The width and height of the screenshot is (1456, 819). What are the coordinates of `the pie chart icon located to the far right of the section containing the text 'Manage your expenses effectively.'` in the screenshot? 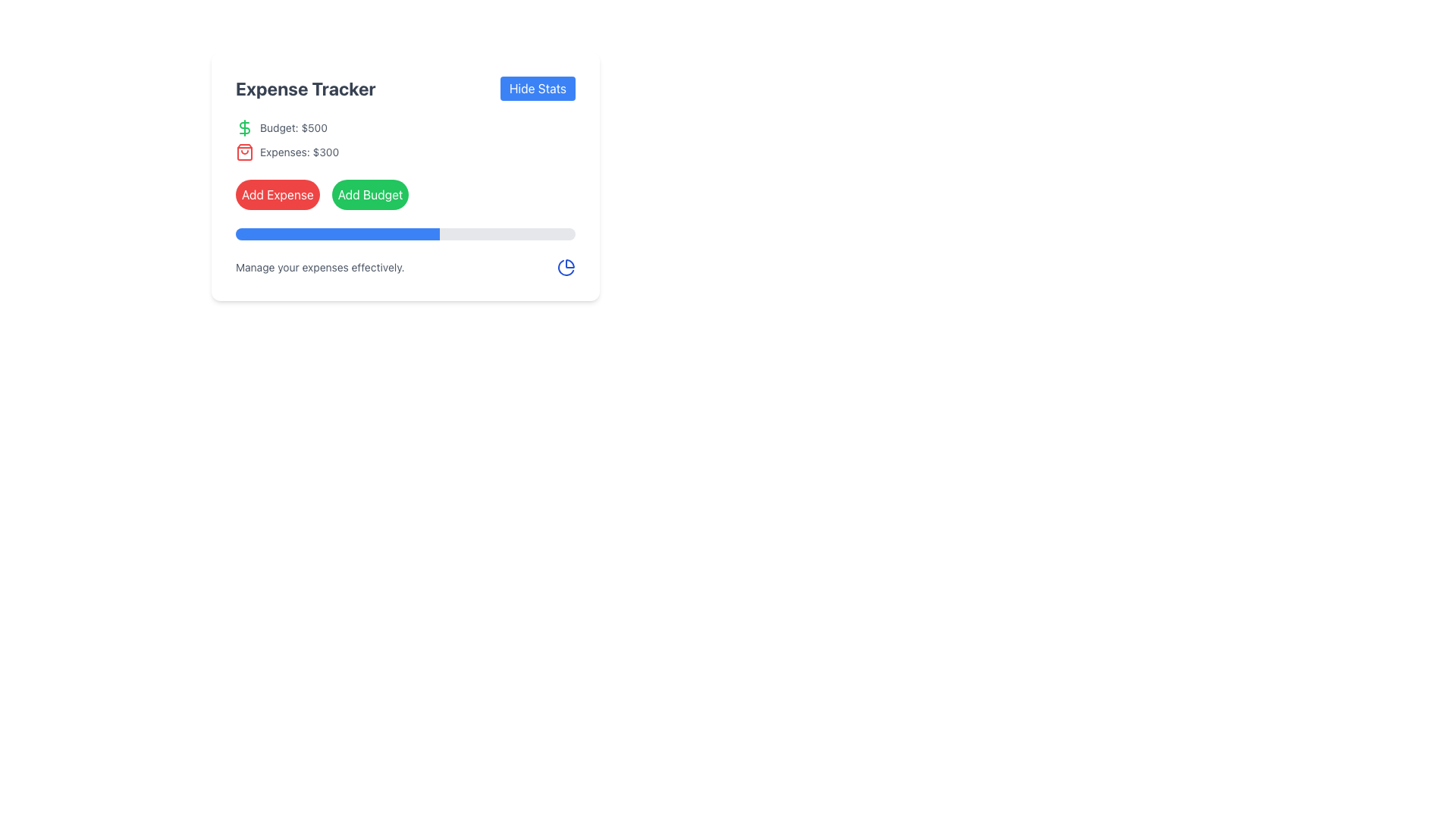 It's located at (566, 267).